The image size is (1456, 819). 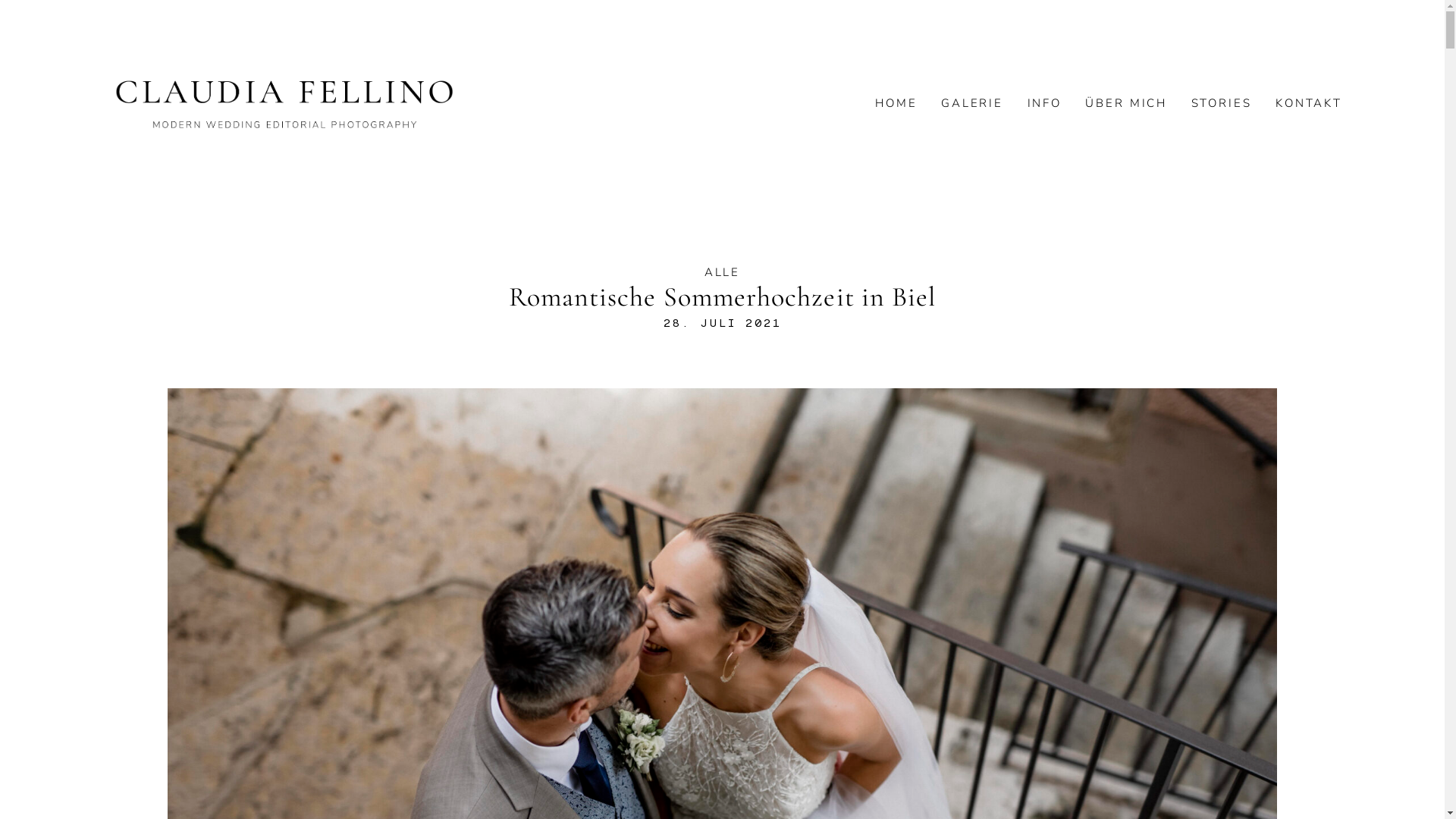 What do you see at coordinates (1043, 102) in the screenshot?
I see `'INFO'` at bounding box center [1043, 102].